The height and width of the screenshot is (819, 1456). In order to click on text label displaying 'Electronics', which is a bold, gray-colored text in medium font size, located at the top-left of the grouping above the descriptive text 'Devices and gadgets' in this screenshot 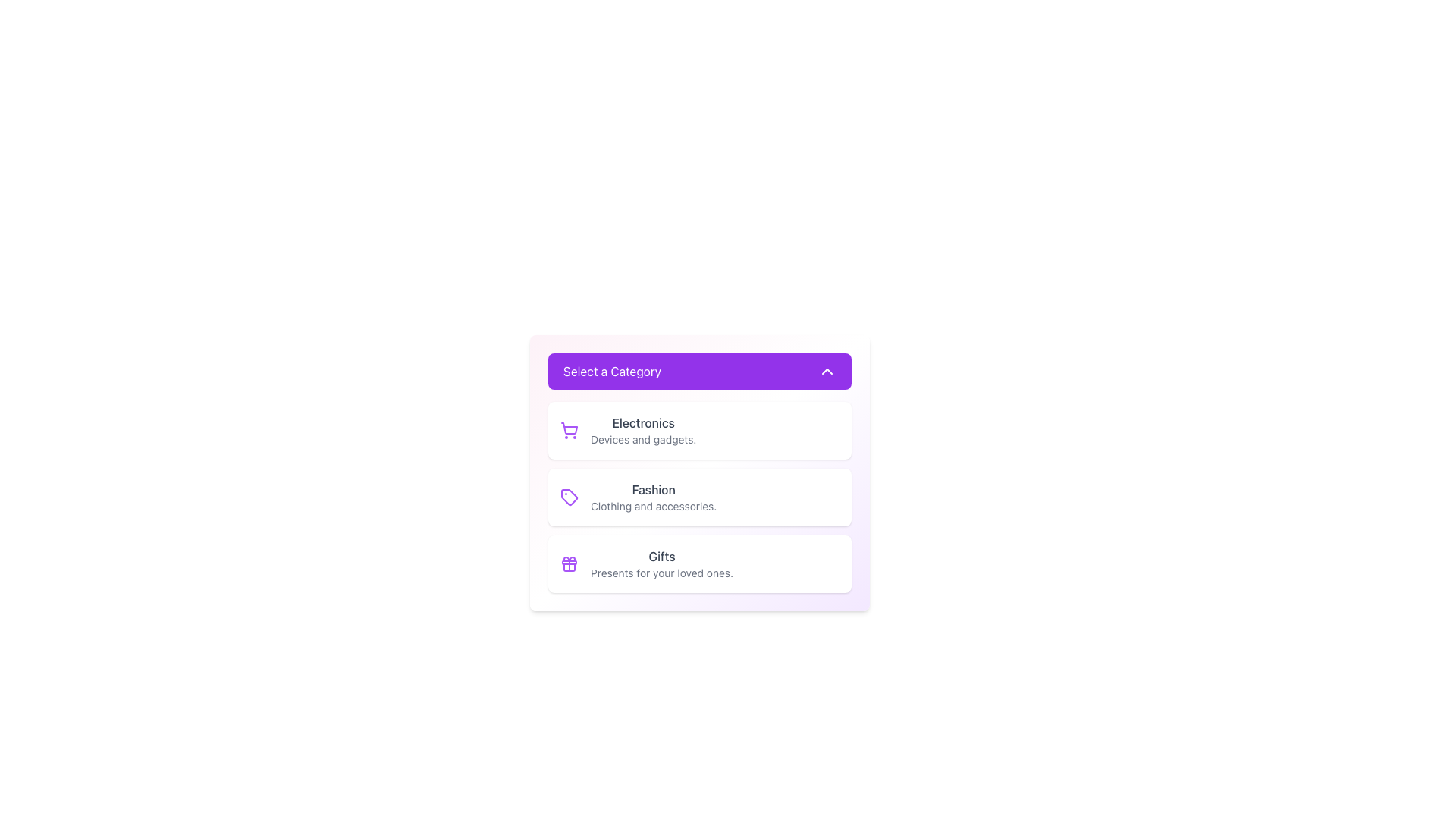, I will do `click(643, 423)`.